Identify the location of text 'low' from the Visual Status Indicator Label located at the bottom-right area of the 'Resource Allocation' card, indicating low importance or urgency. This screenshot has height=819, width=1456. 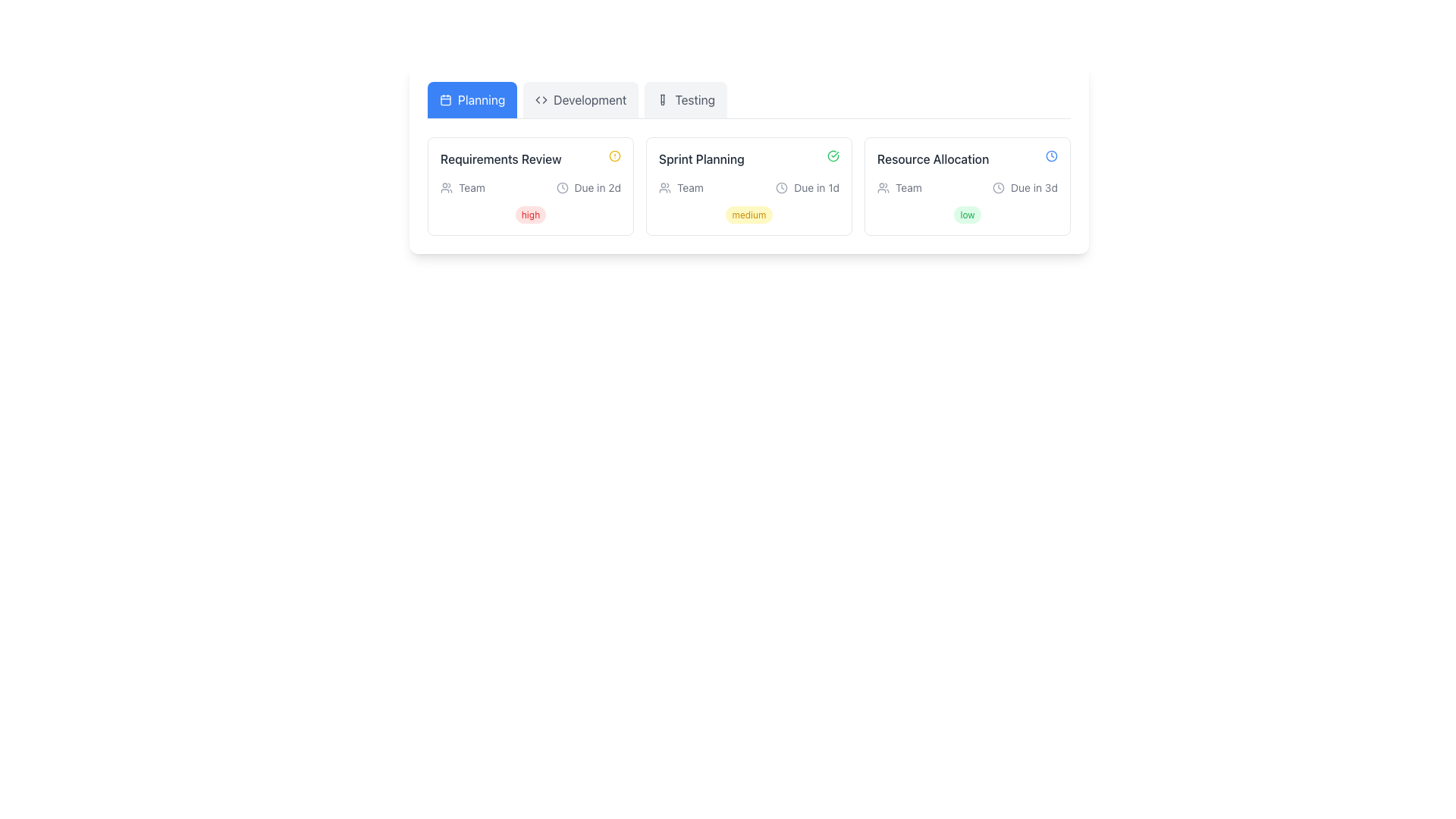
(967, 215).